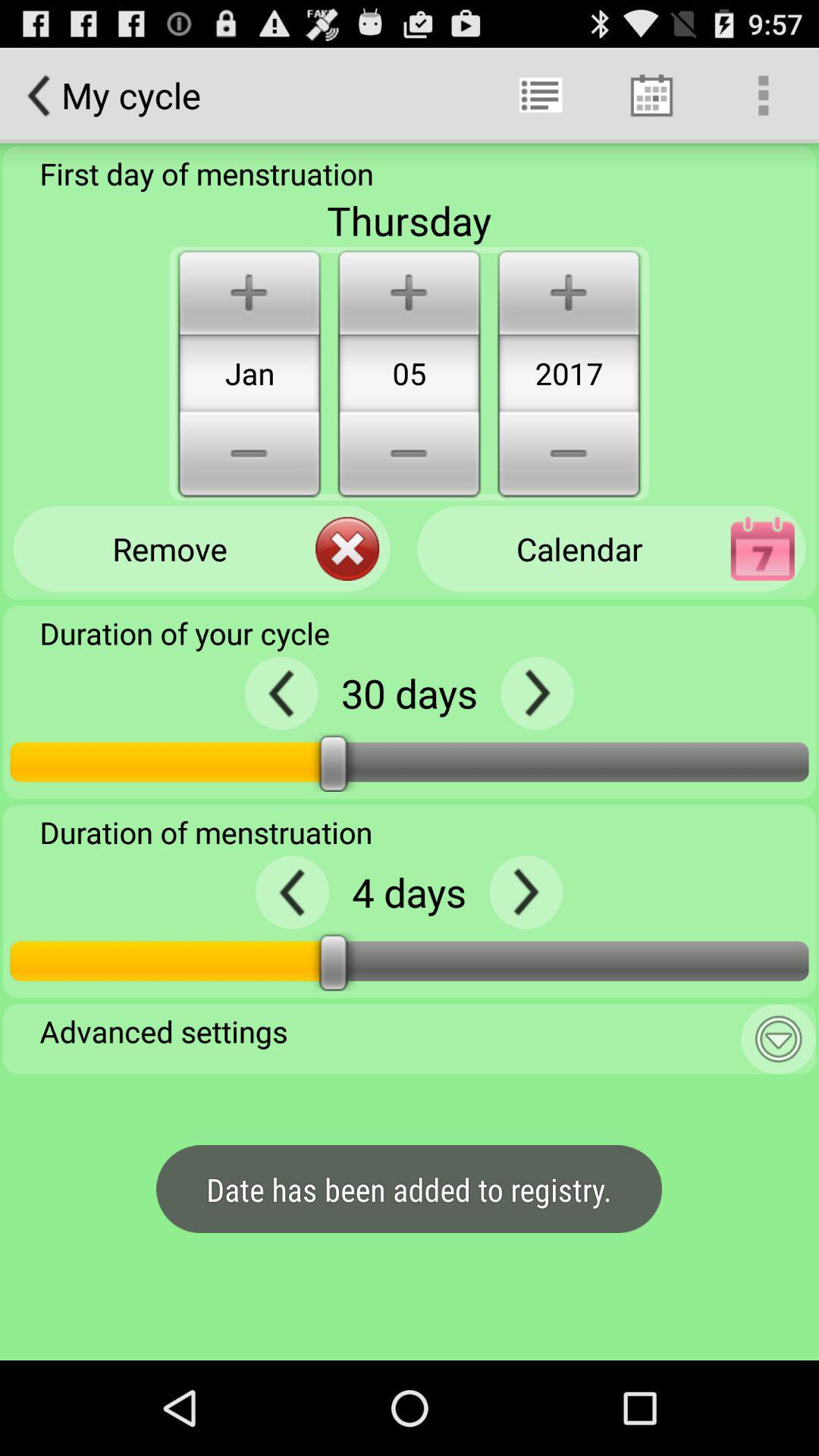  Describe the element at coordinates (525, 892) in the screenshot. I see `the symbol` at that location.